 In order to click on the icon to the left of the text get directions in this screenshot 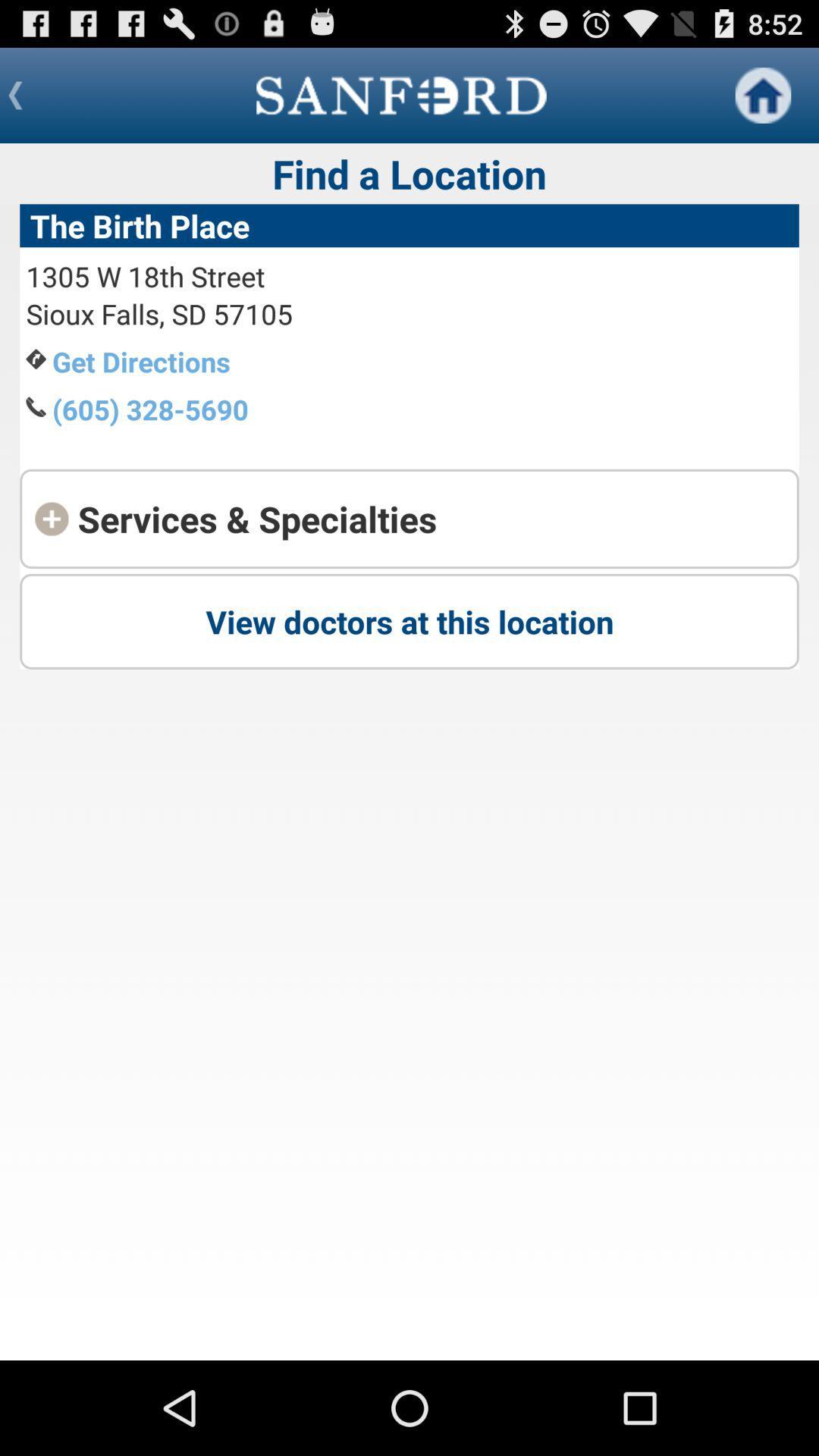, I will do `click(35, 359)`.